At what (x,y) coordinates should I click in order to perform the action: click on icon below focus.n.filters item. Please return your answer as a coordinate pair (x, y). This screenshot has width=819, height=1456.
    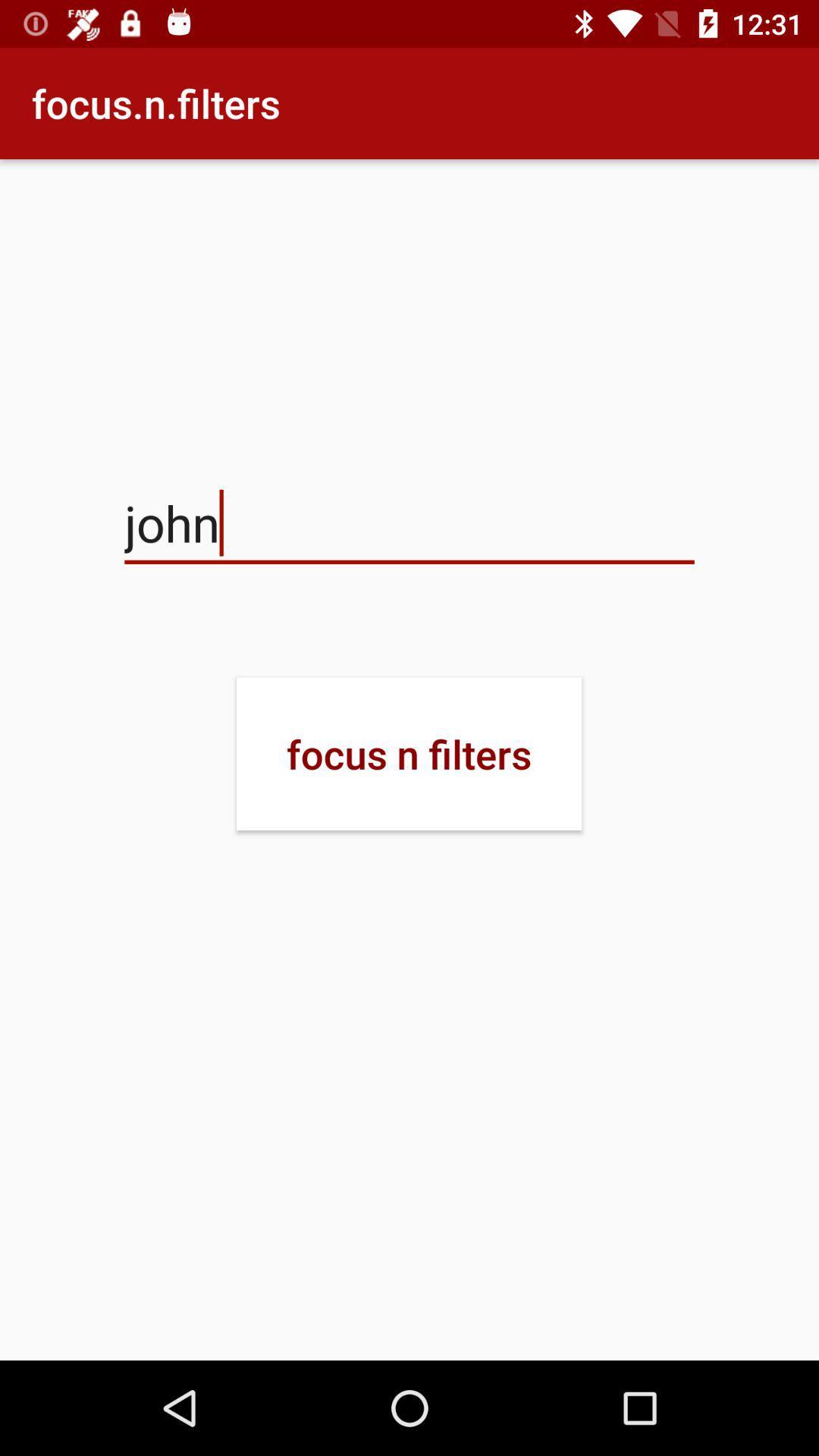
    Looking at the image, I should click on (409, 523).